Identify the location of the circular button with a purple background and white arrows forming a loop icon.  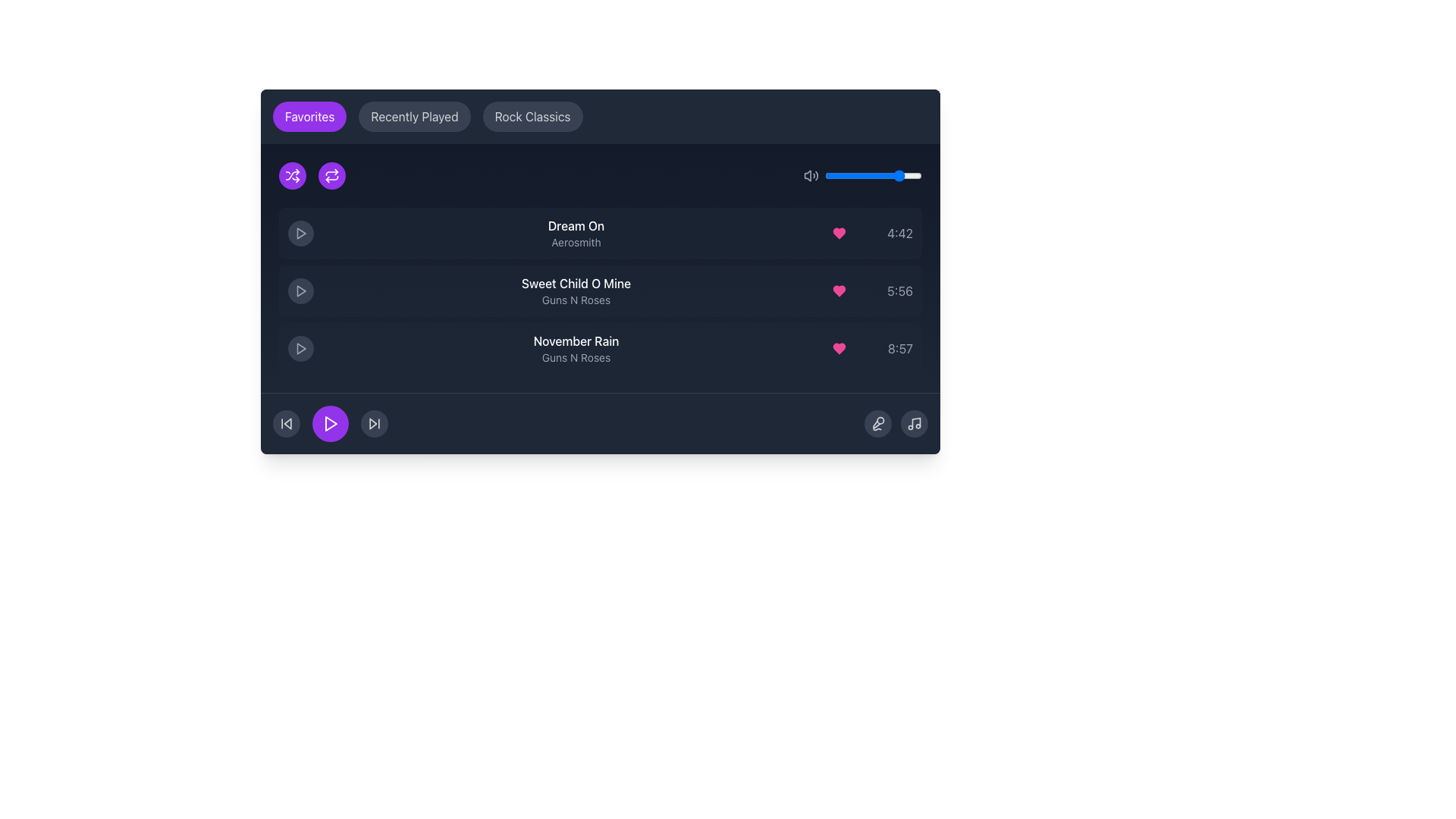
(331, 174).